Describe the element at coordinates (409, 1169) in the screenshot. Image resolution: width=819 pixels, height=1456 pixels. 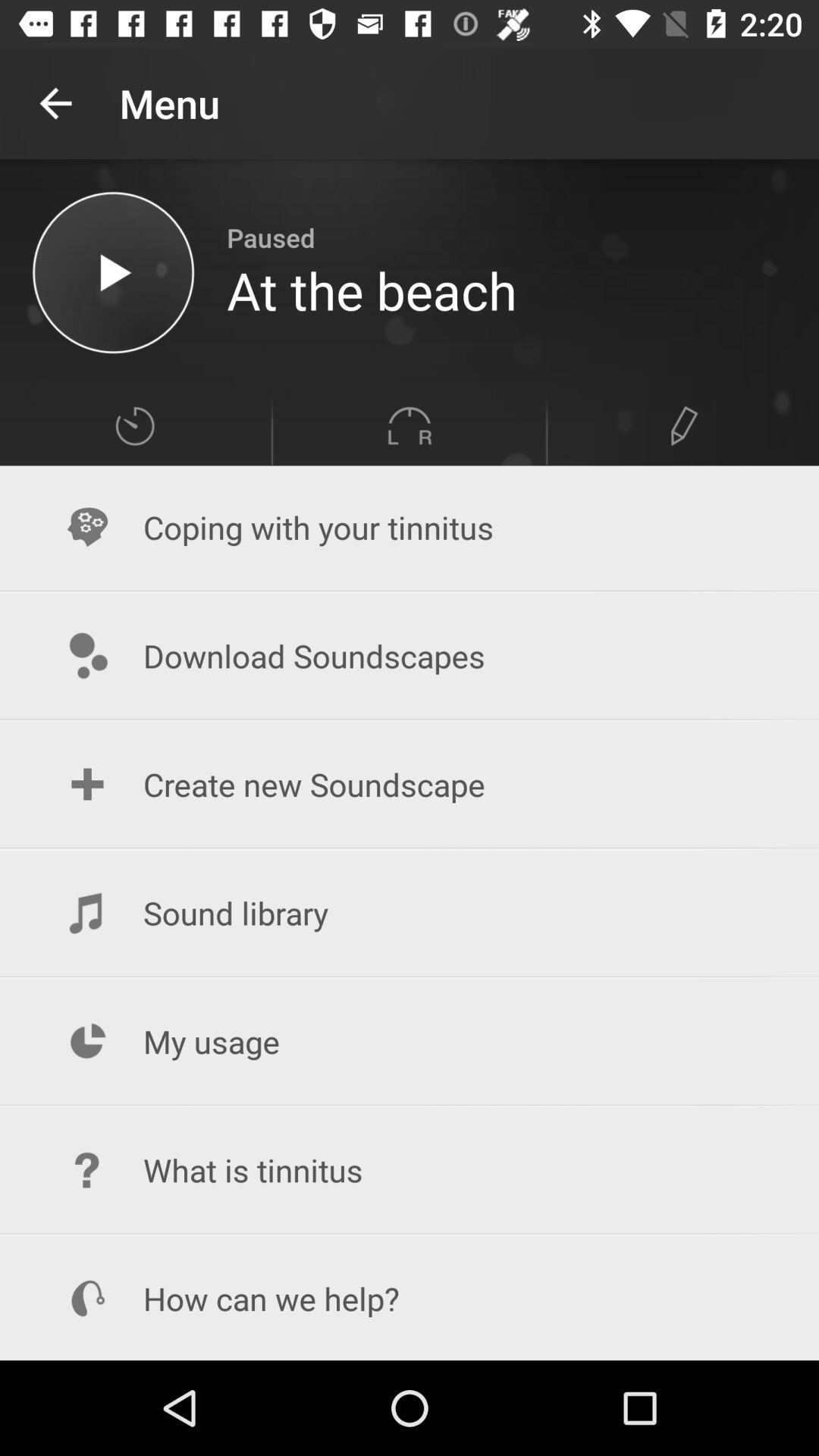
I see `what is tinnitus icon` at that location.